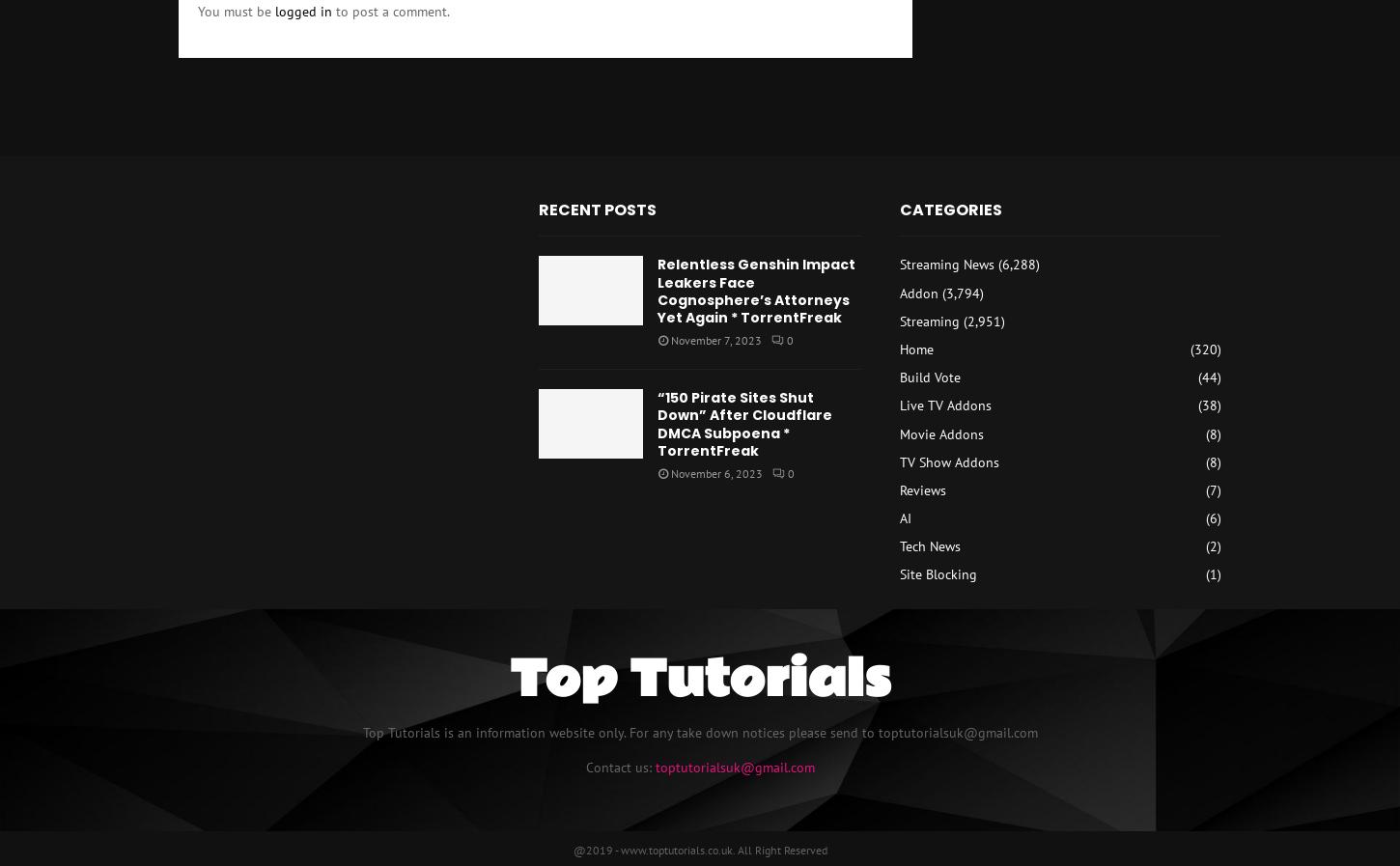 The height and width of the screenshot is (866, 1400). I want to click on '(6)', so click(1212, 518).